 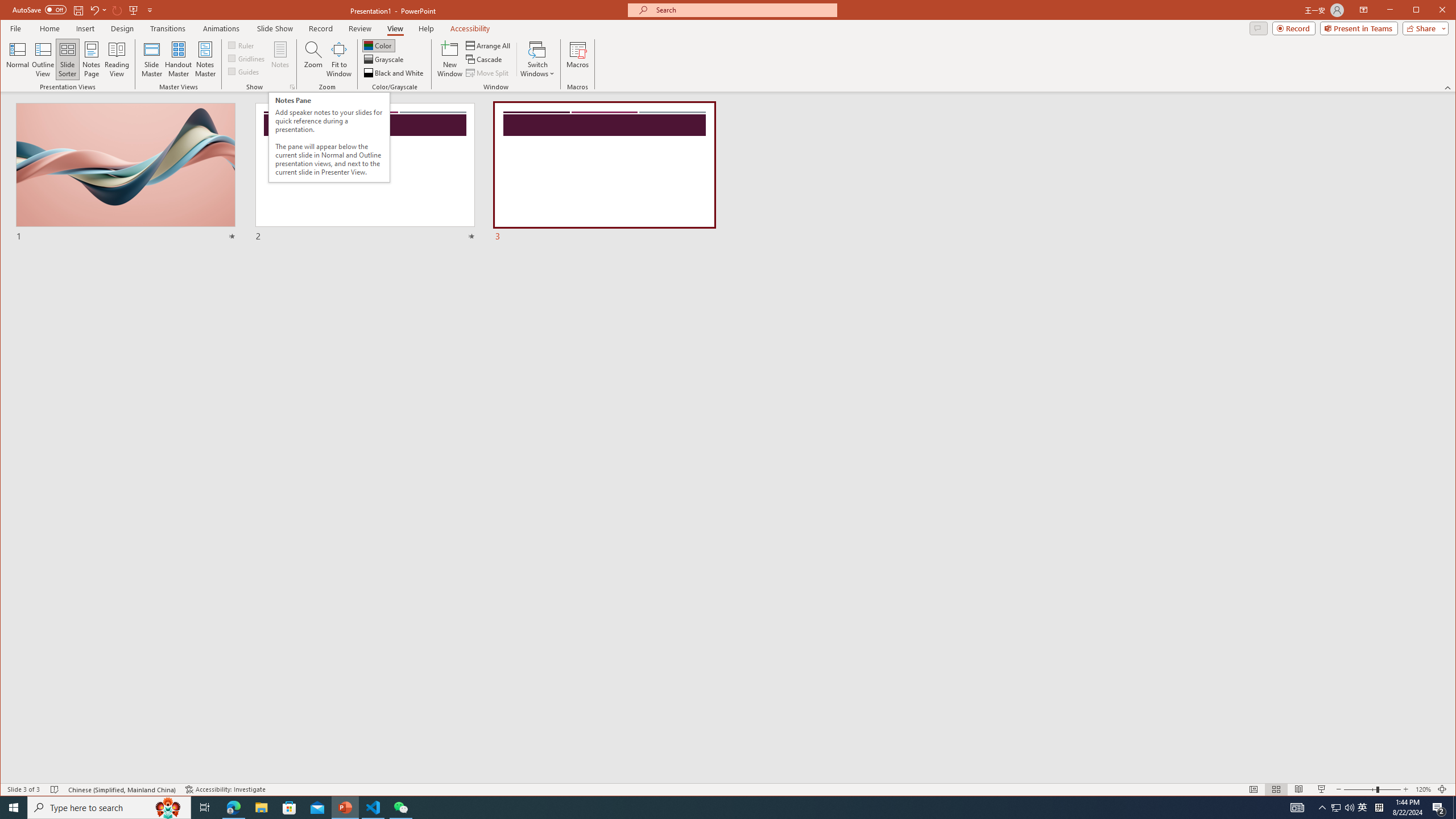 What do you see at coordinates (537, 59) in the screenshot?
I see `'Switch Windows'` at bounding box center [537, 59].